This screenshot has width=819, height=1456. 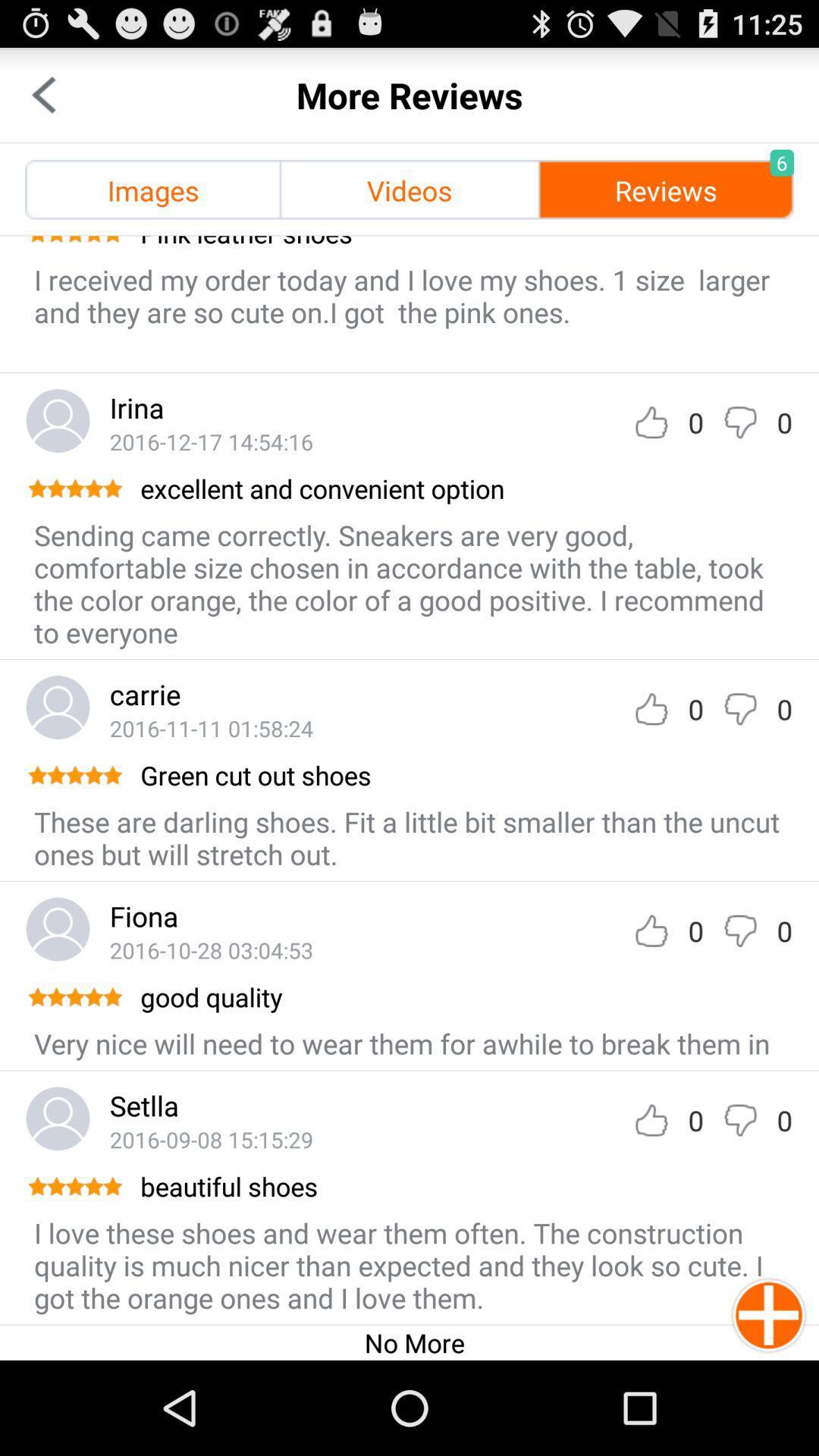 I want to click on give review a thumbs down, so click(x=739, y=422).